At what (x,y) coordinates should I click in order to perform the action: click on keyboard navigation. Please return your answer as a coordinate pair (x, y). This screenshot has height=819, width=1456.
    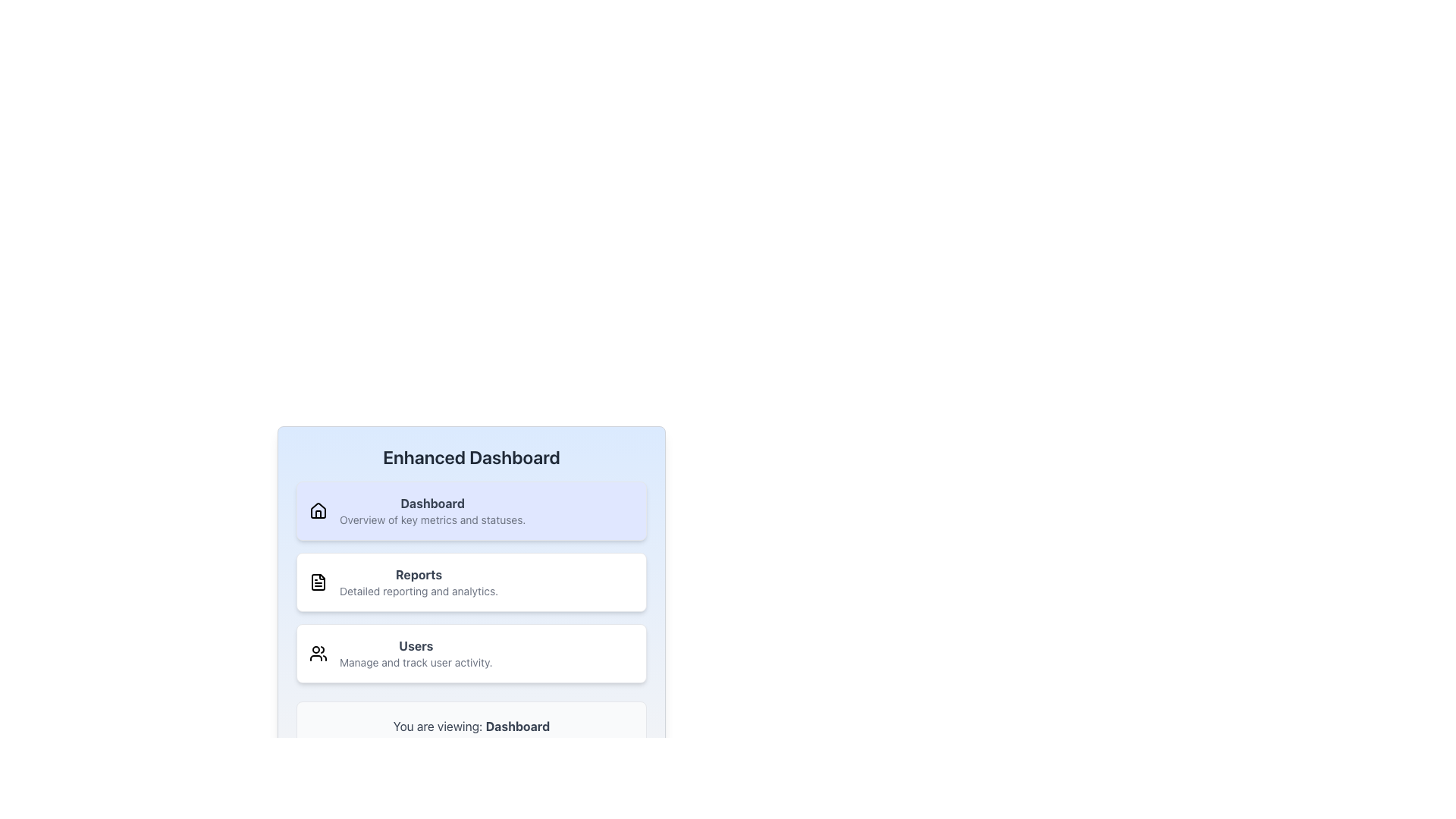
    Looking at the image, I should click on (471, 511).